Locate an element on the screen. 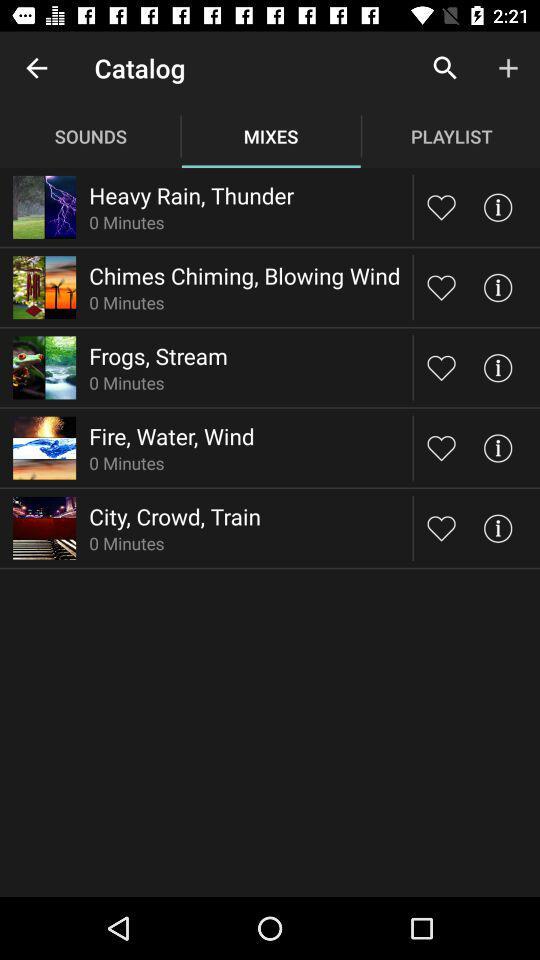 The height and width of the screenshot is (960, 540). click information is located at coordinates (496, 286).